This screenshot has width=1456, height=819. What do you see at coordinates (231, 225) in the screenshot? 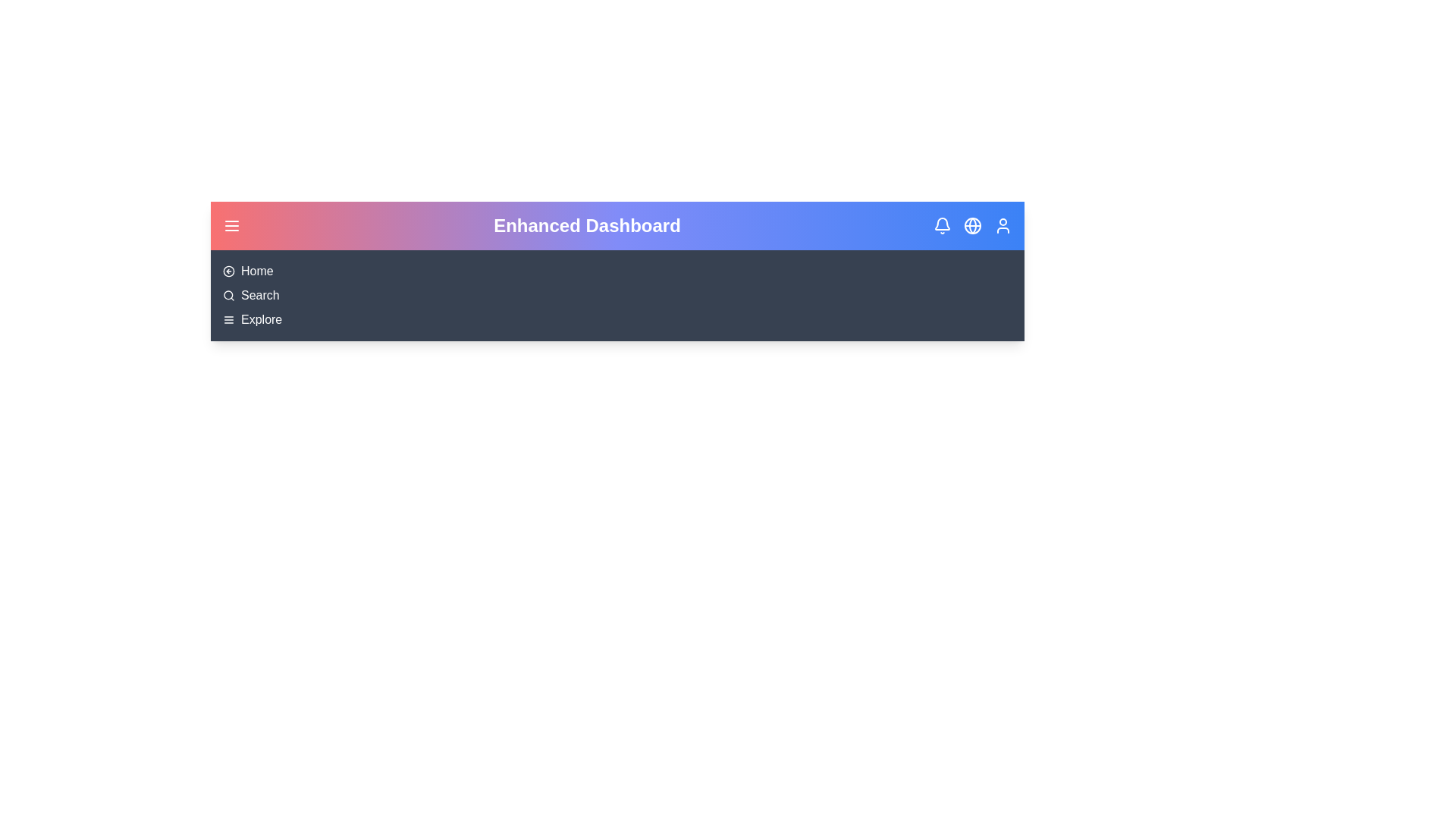
I see `the menu toggle button to toggle the menu visibility` at bounding box center [231, 225].